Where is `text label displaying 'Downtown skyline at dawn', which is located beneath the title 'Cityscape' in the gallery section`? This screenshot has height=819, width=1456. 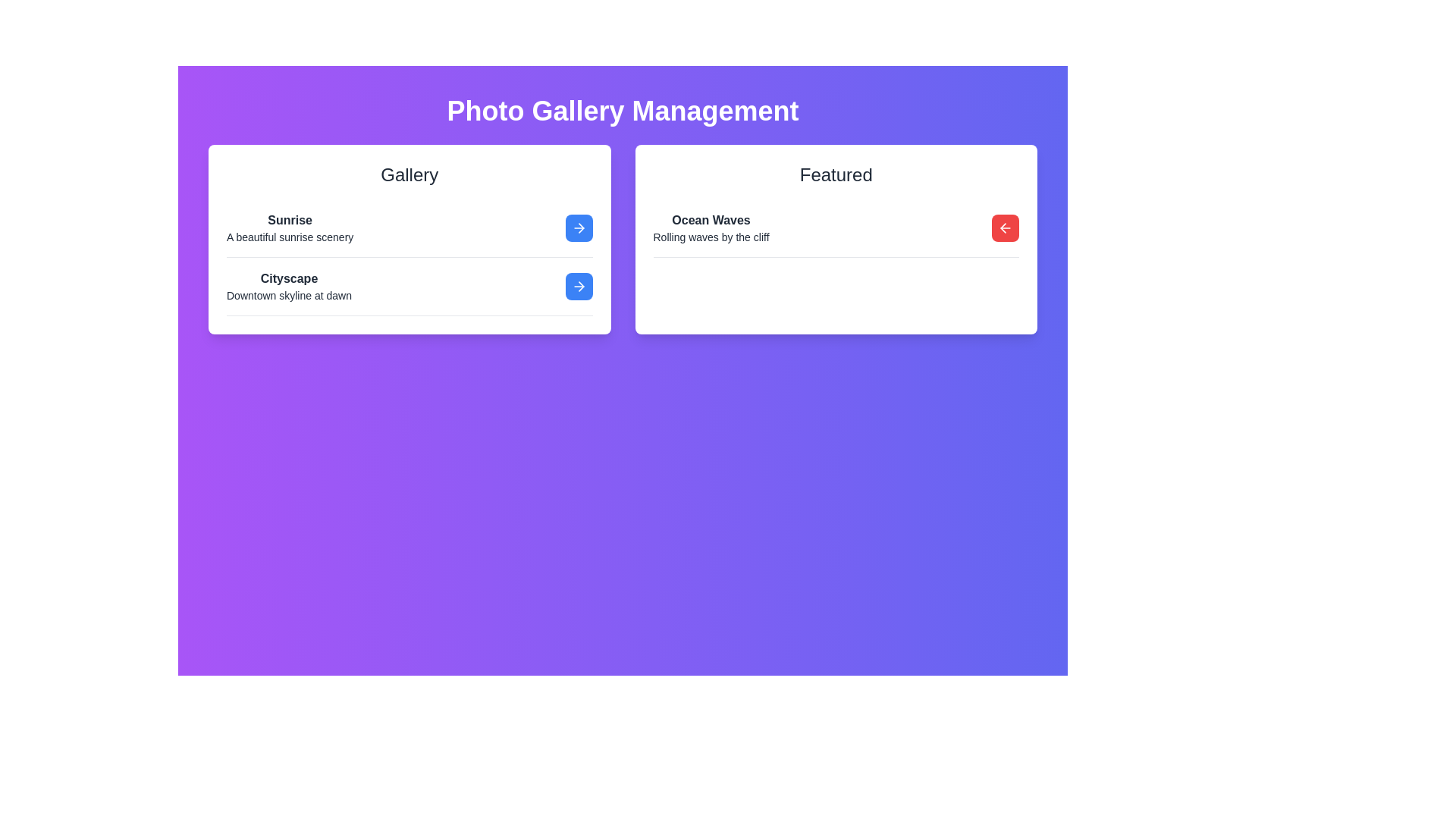 text label displaying 'Downtown skyline at dawn', which is located beneath the title 'Cityscape' in the gallery section is located at coordinates (289, 295).